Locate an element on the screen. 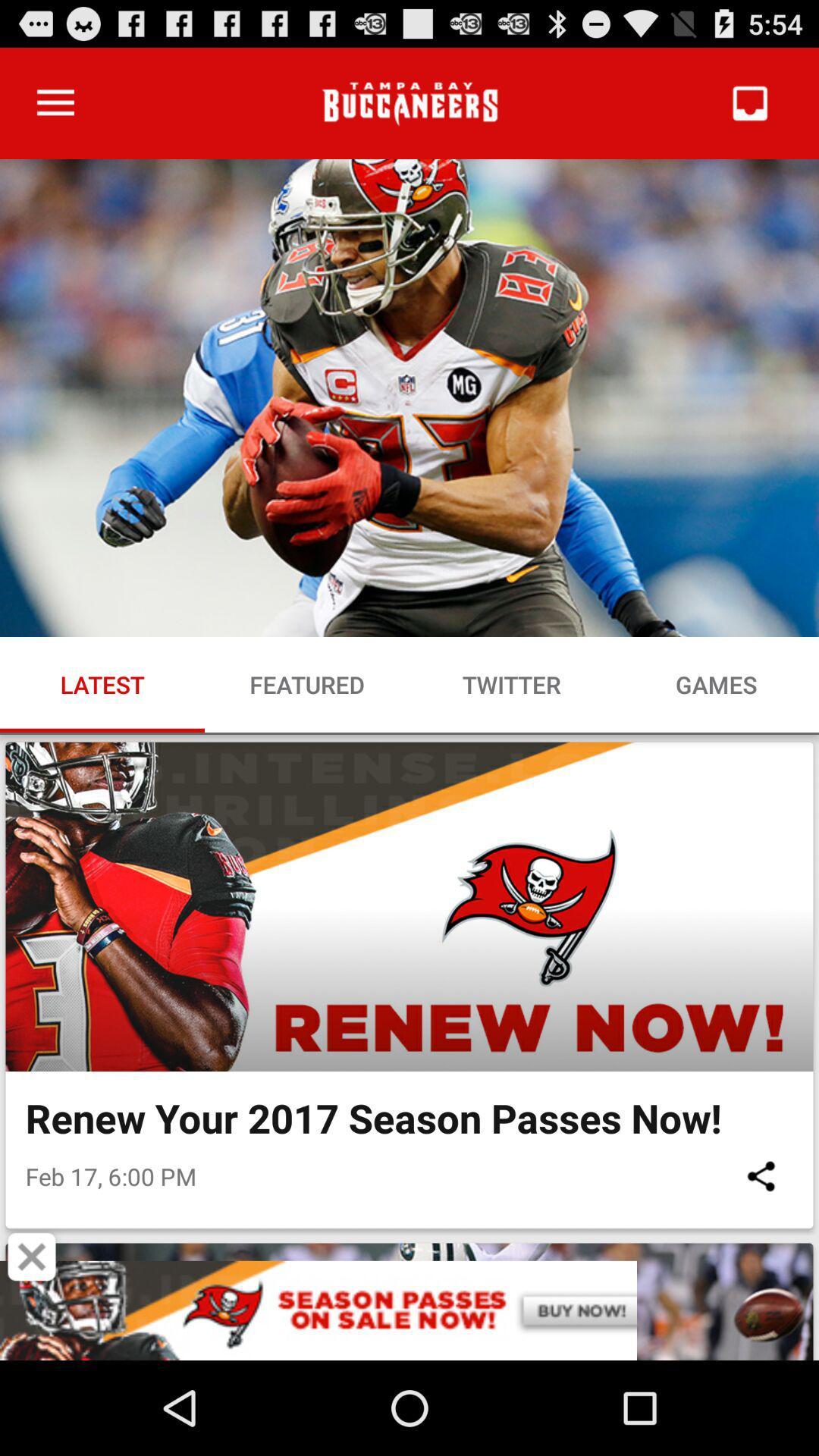  the icon next to the feb 17 6 is located at coordinates (761, 1175).